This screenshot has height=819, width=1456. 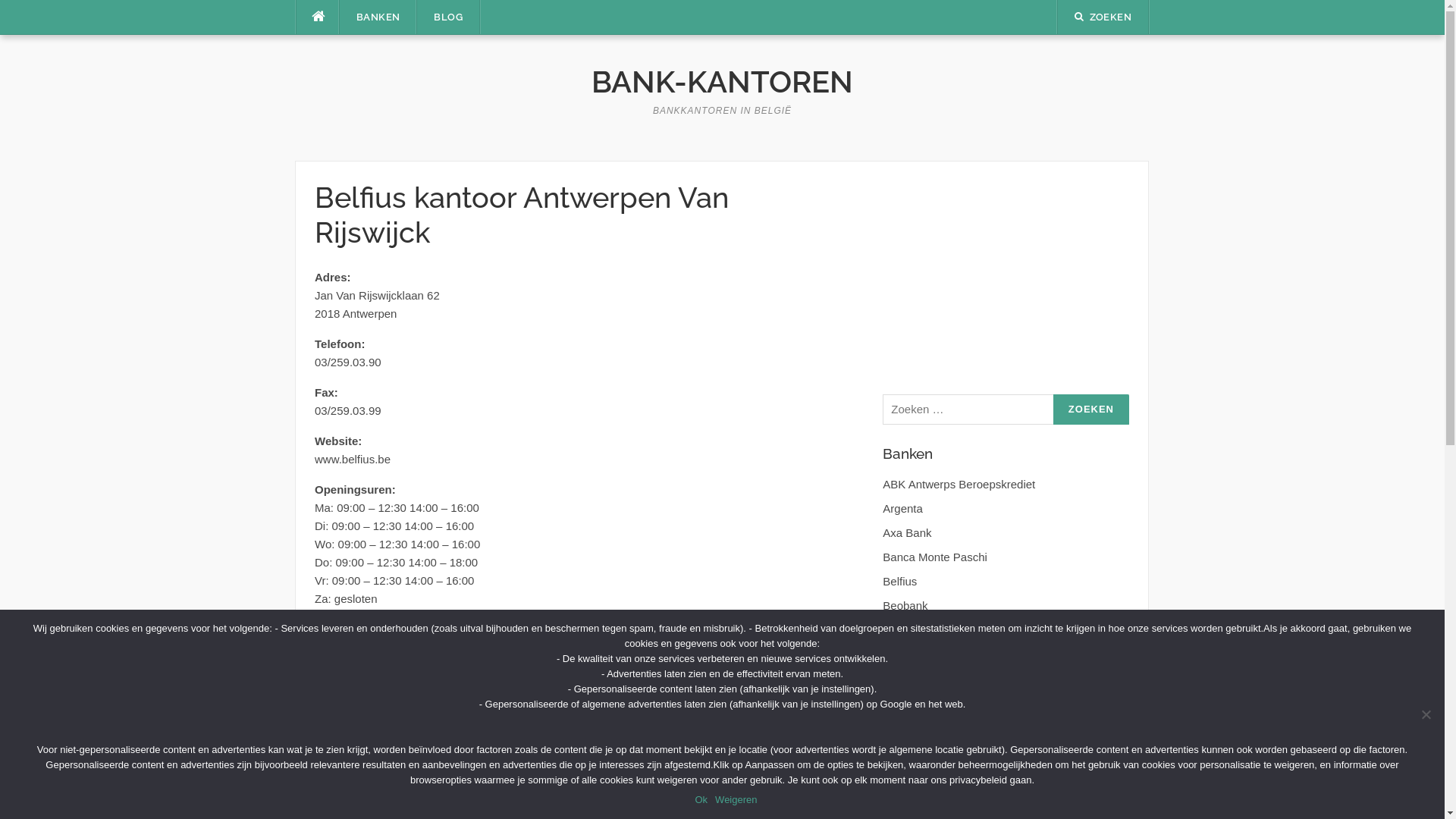 What do you see at coordinates (721, 81) in the screenshot?
I see `'BANK-KANTOREN'` at bounding box center [721, 81].